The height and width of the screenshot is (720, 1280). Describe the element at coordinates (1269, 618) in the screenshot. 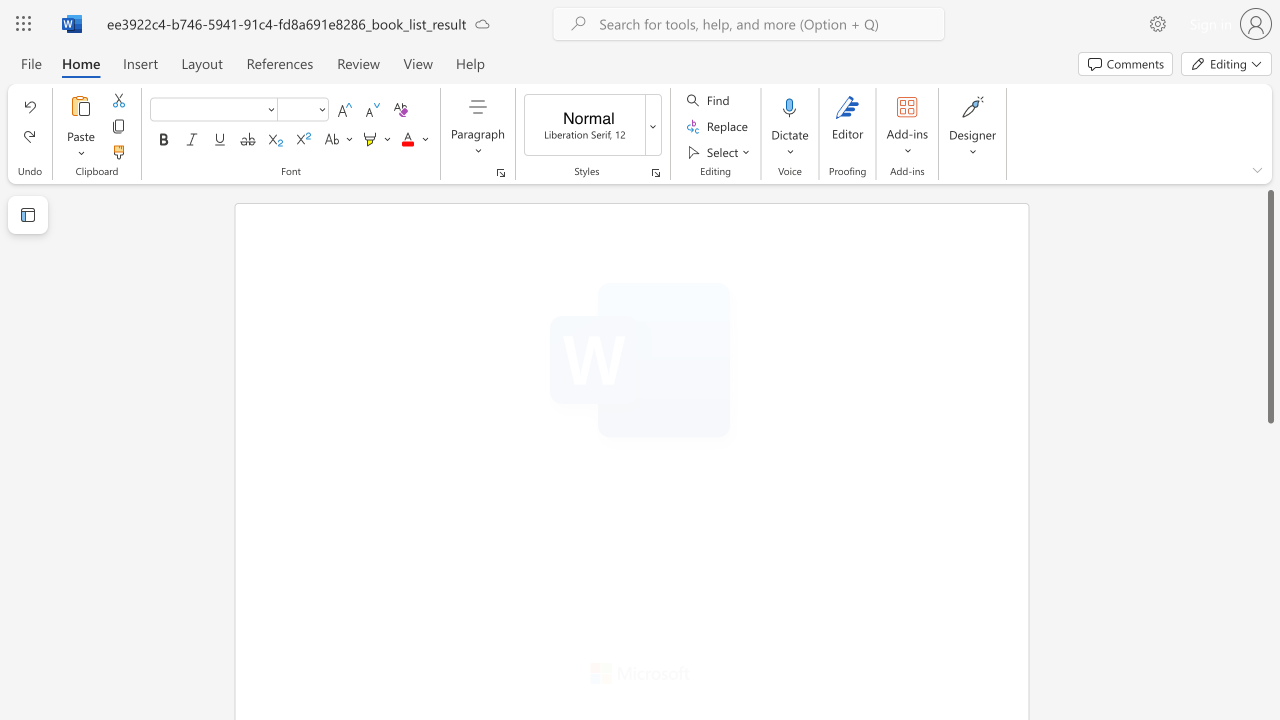

I see `the scrollbar on the right to move the page downward` at that location.